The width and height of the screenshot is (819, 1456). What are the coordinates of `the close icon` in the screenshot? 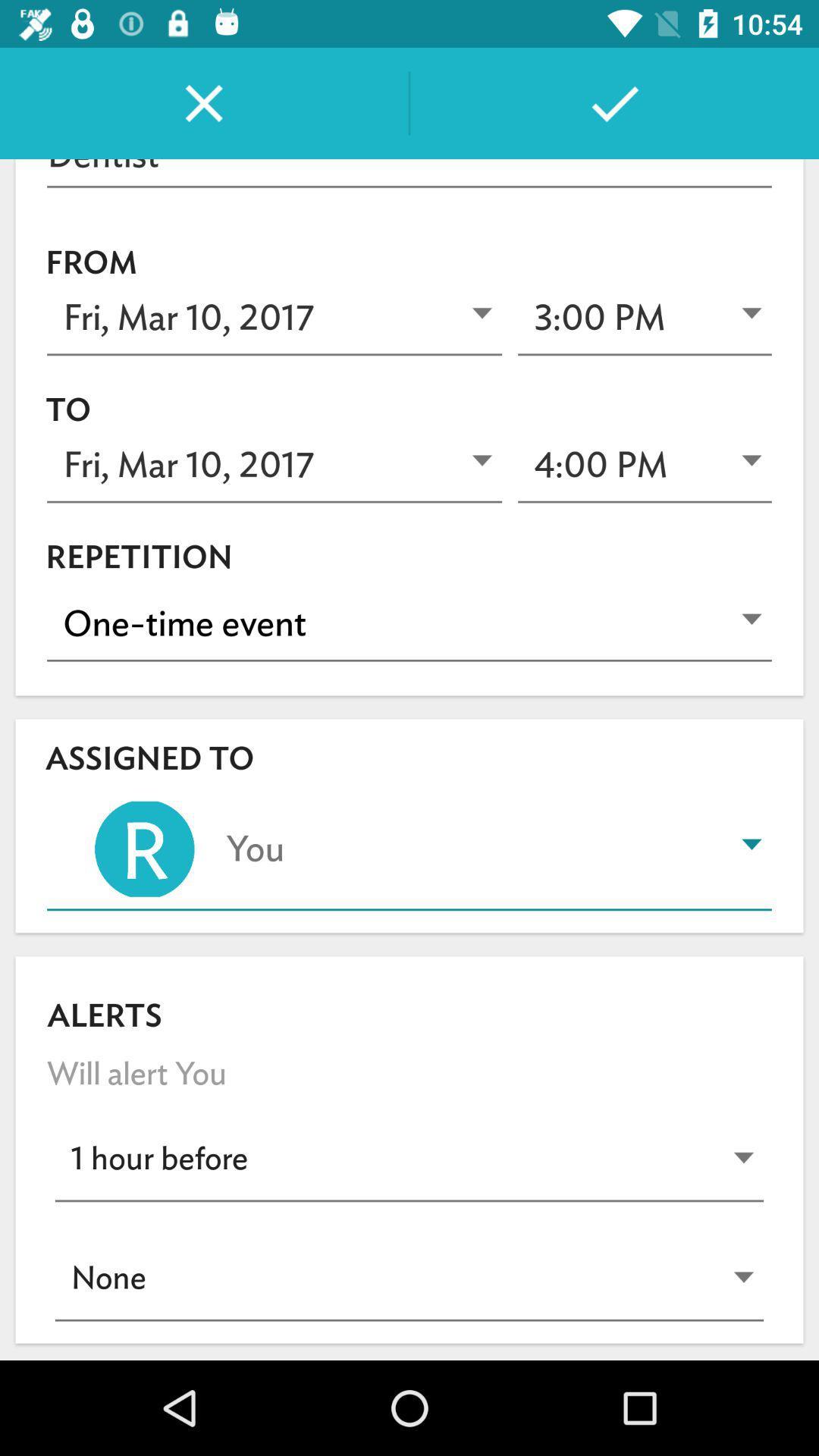 It's located at (203, 102).